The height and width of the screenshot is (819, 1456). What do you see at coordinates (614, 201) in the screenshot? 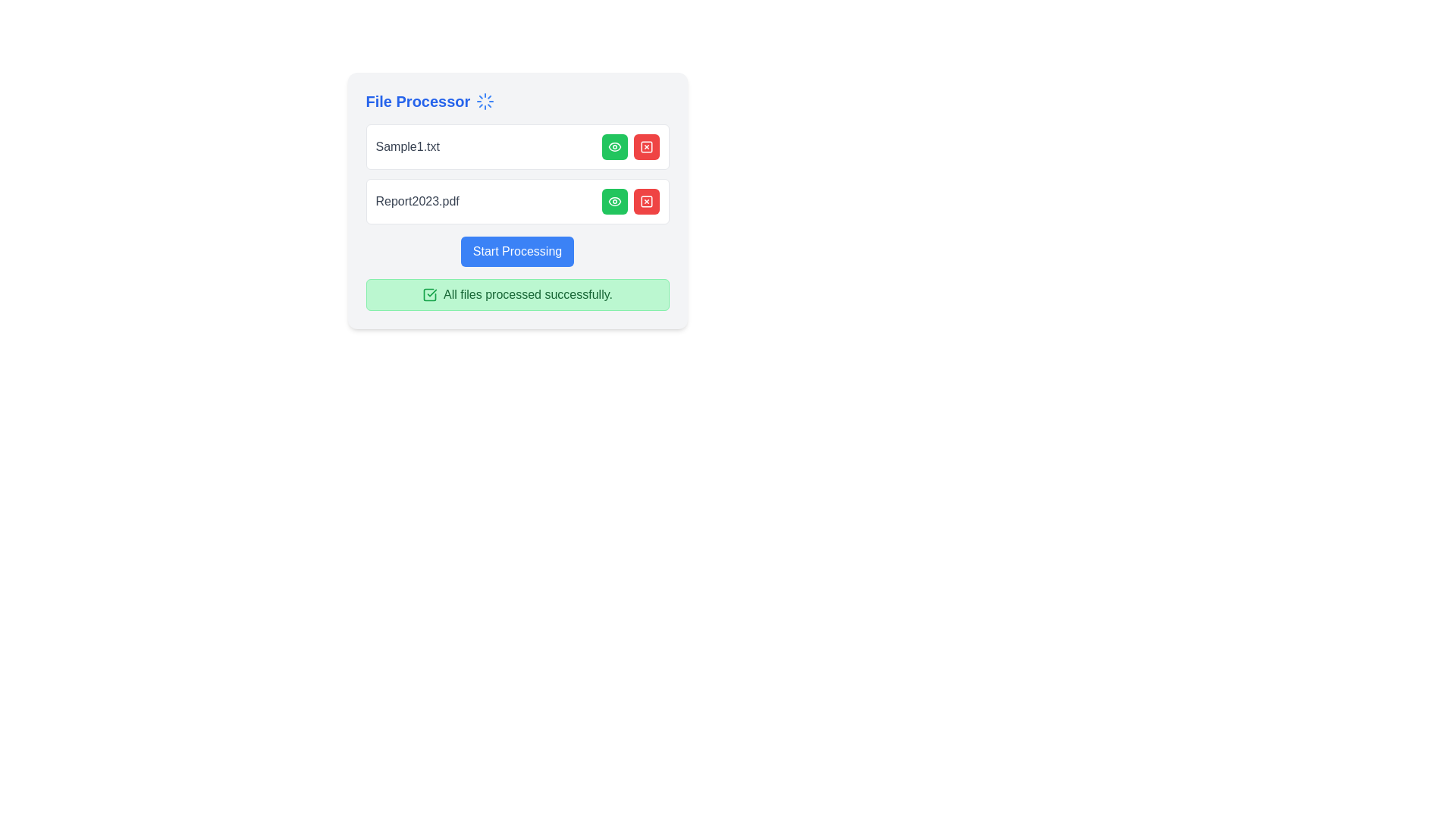
I see `the leftmost button in the group of two buttons located on the right side of the list item row labeled 'Report2023.pdf'` at bounding box center [614, 201].